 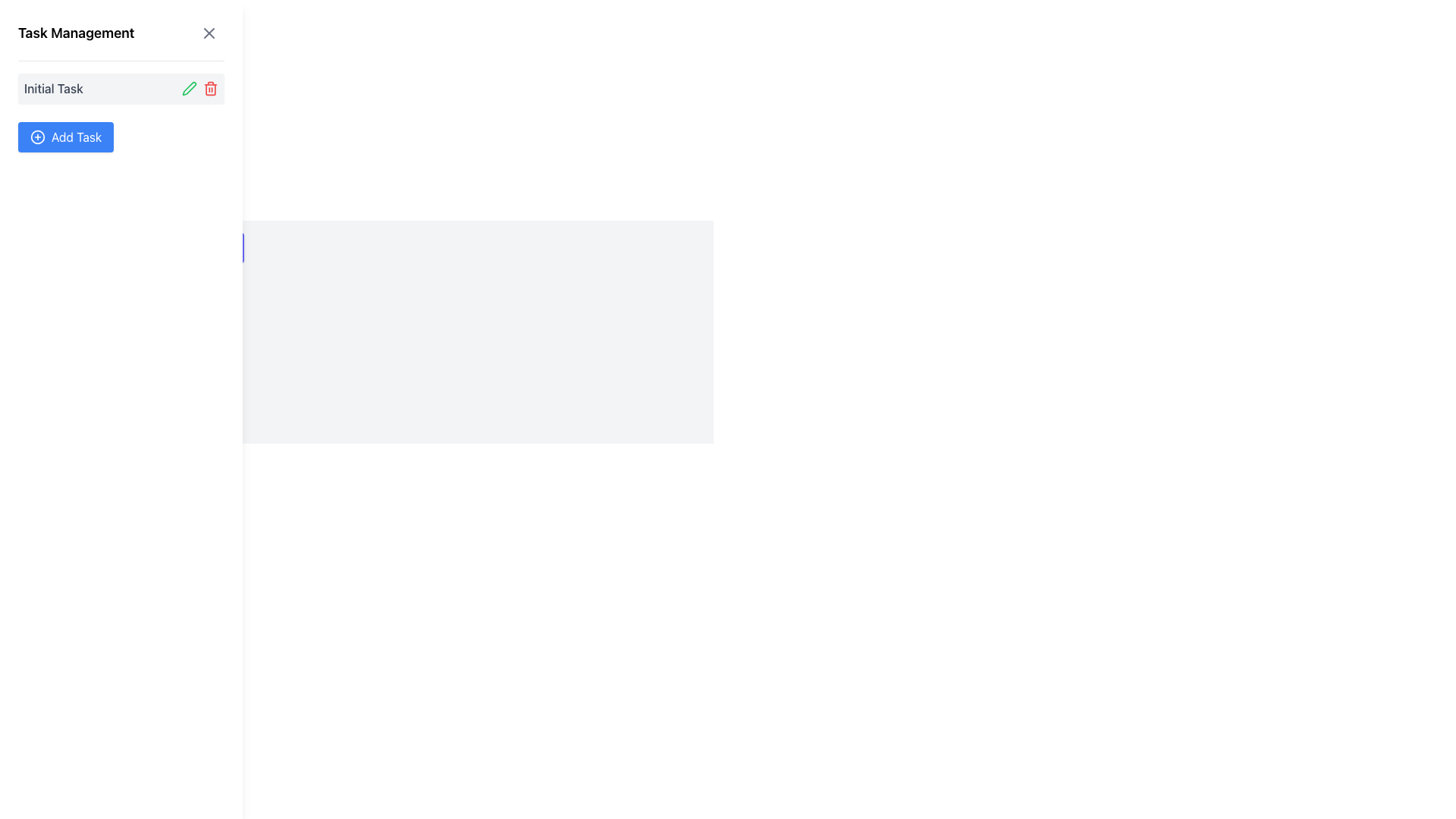 I want to click on the 'Add Task' button, which displays white text on a blue background and is located near the right side of the task management panel, so click(x=76, y=137).